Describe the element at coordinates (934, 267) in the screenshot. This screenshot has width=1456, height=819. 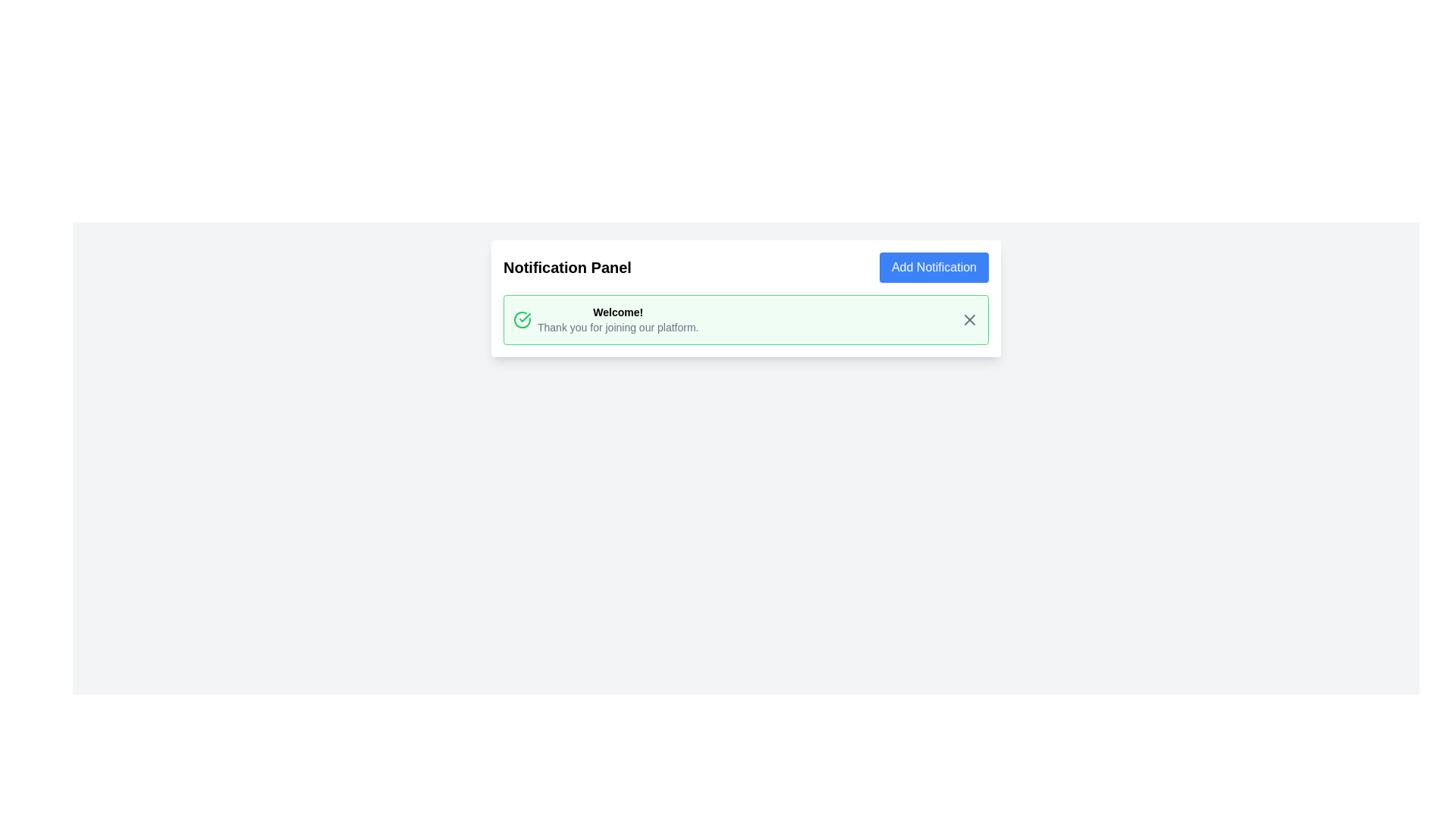
I see `the 'Add Notification' button, which is a rectangular button with a blue background and white text located at the upper-right corner of the 'Notification Panel'` at that location.